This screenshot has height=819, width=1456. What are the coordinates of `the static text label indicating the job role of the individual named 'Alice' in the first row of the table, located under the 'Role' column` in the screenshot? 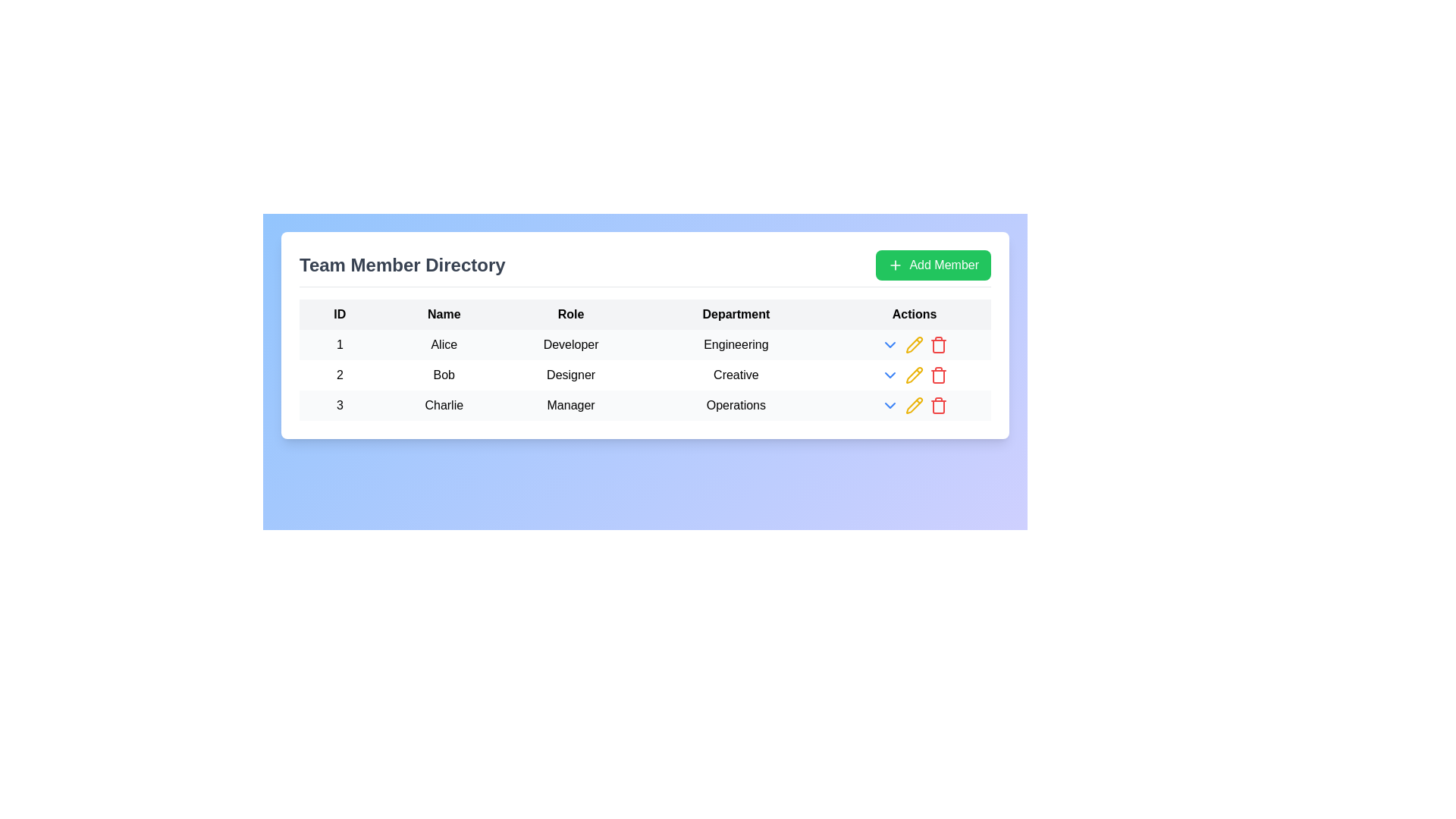 It's located at (570, 345).